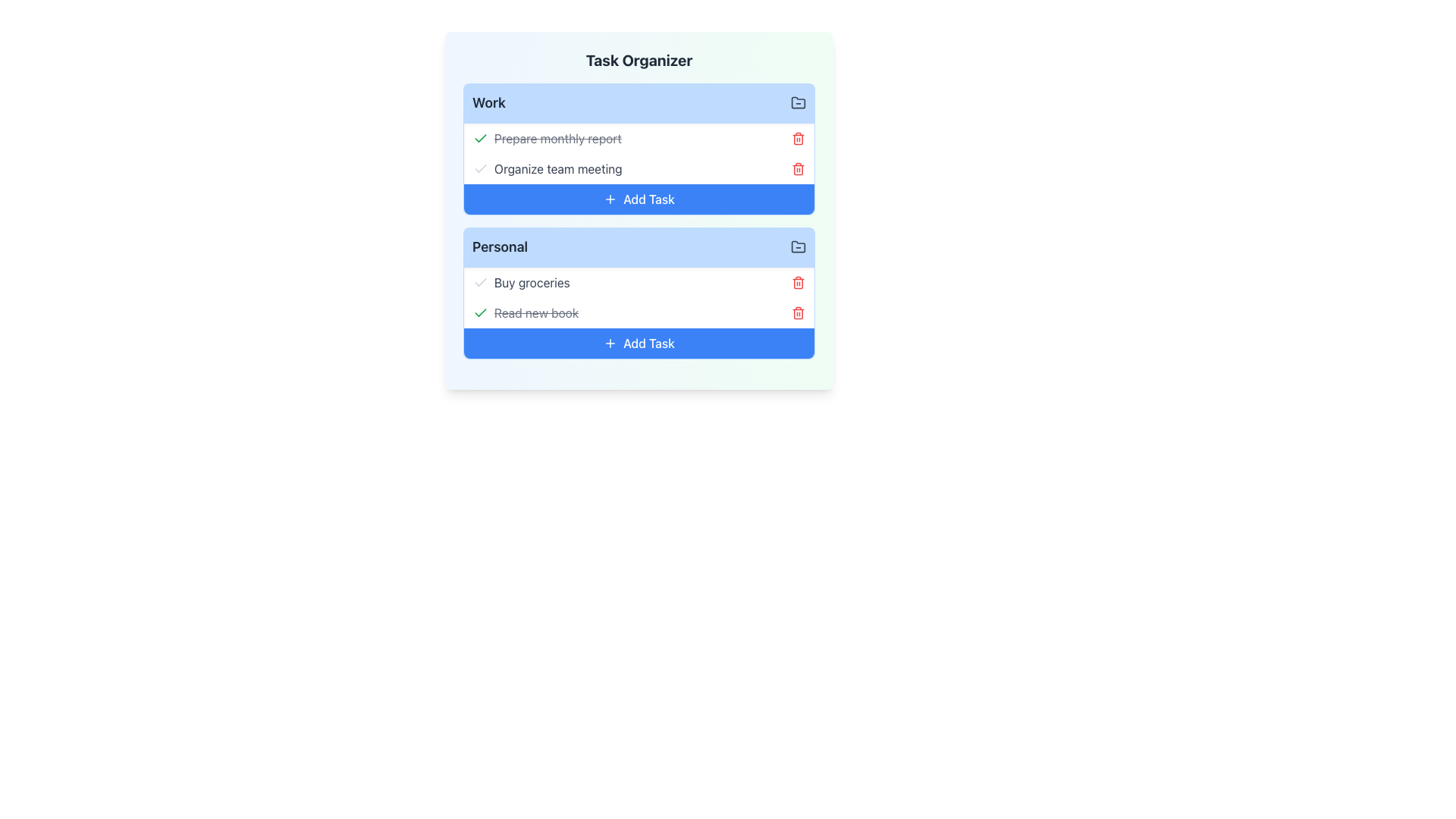 This screenshot has height=819, width=1456. Describe the element at coordinates (797, 245) in the screenshot. I see `the folder icon located in the top-right corner of the 'Personal' card, adjacent to its title` at that location.